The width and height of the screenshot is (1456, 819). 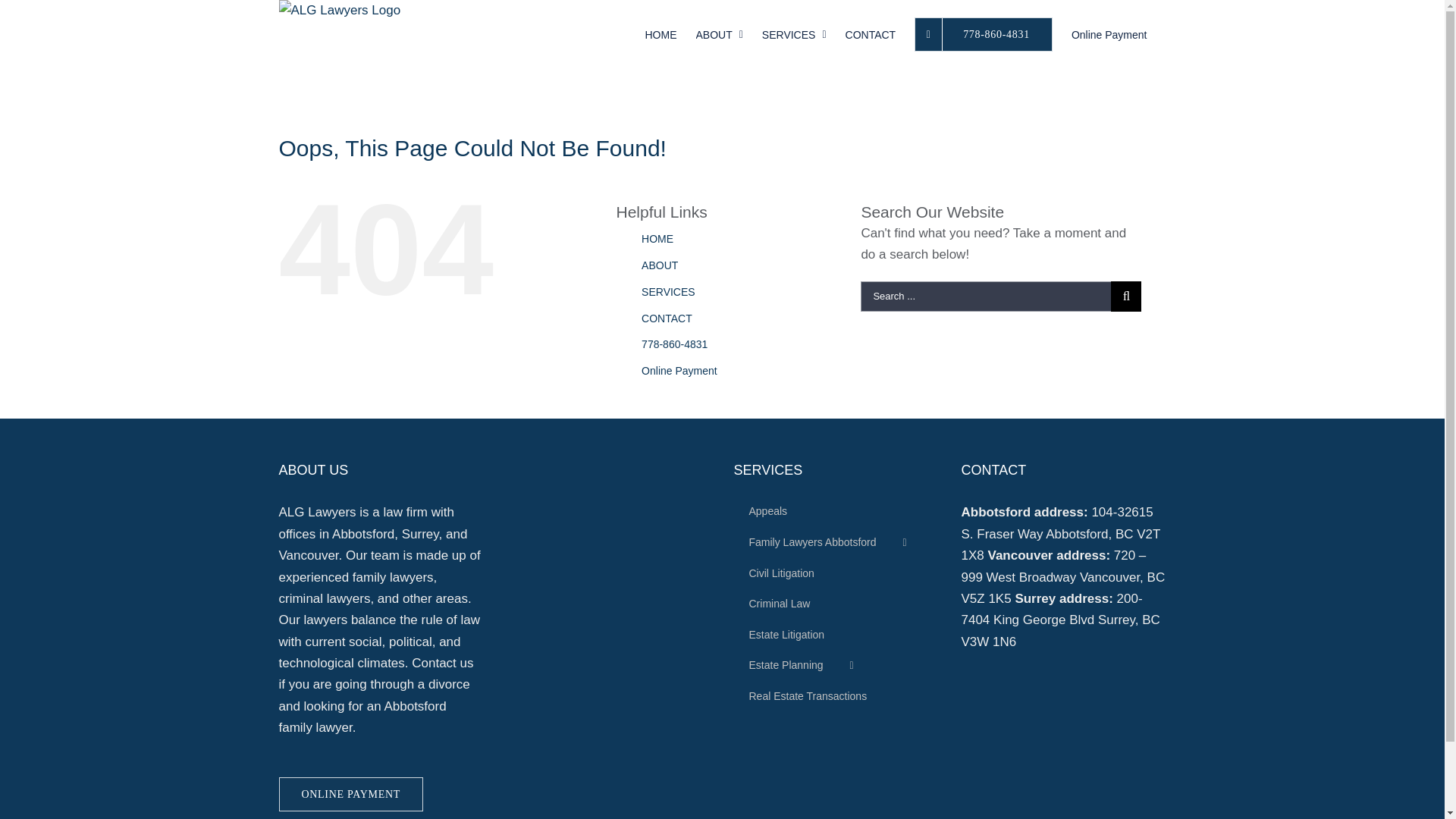 What do you see at coordinates (835, 665) in the screenshot?
I see `'Estate Planning'` at bounding box center [835, 665].